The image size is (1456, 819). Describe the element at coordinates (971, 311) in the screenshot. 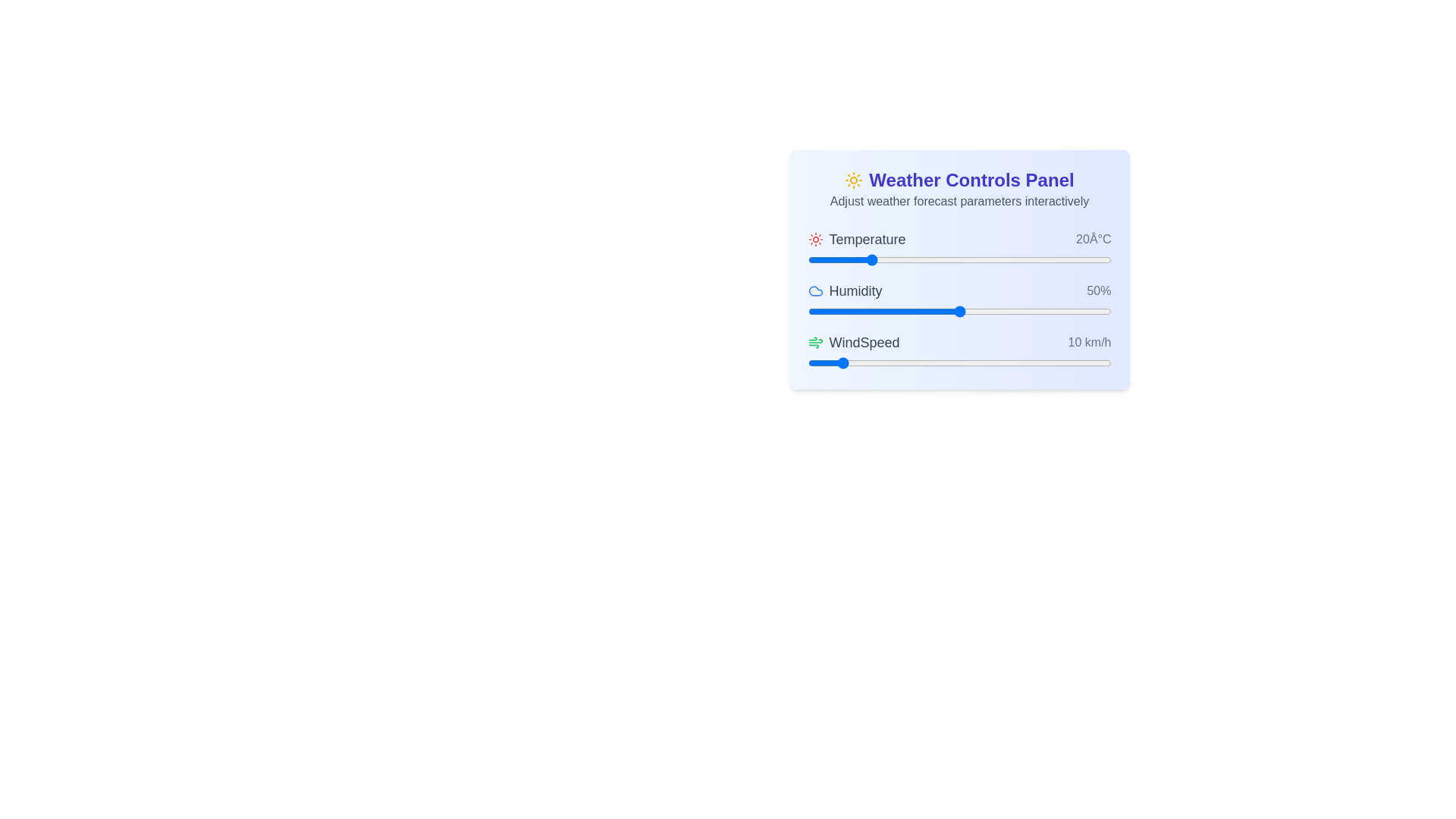

I see `the humidity slider to 54%` at that location.